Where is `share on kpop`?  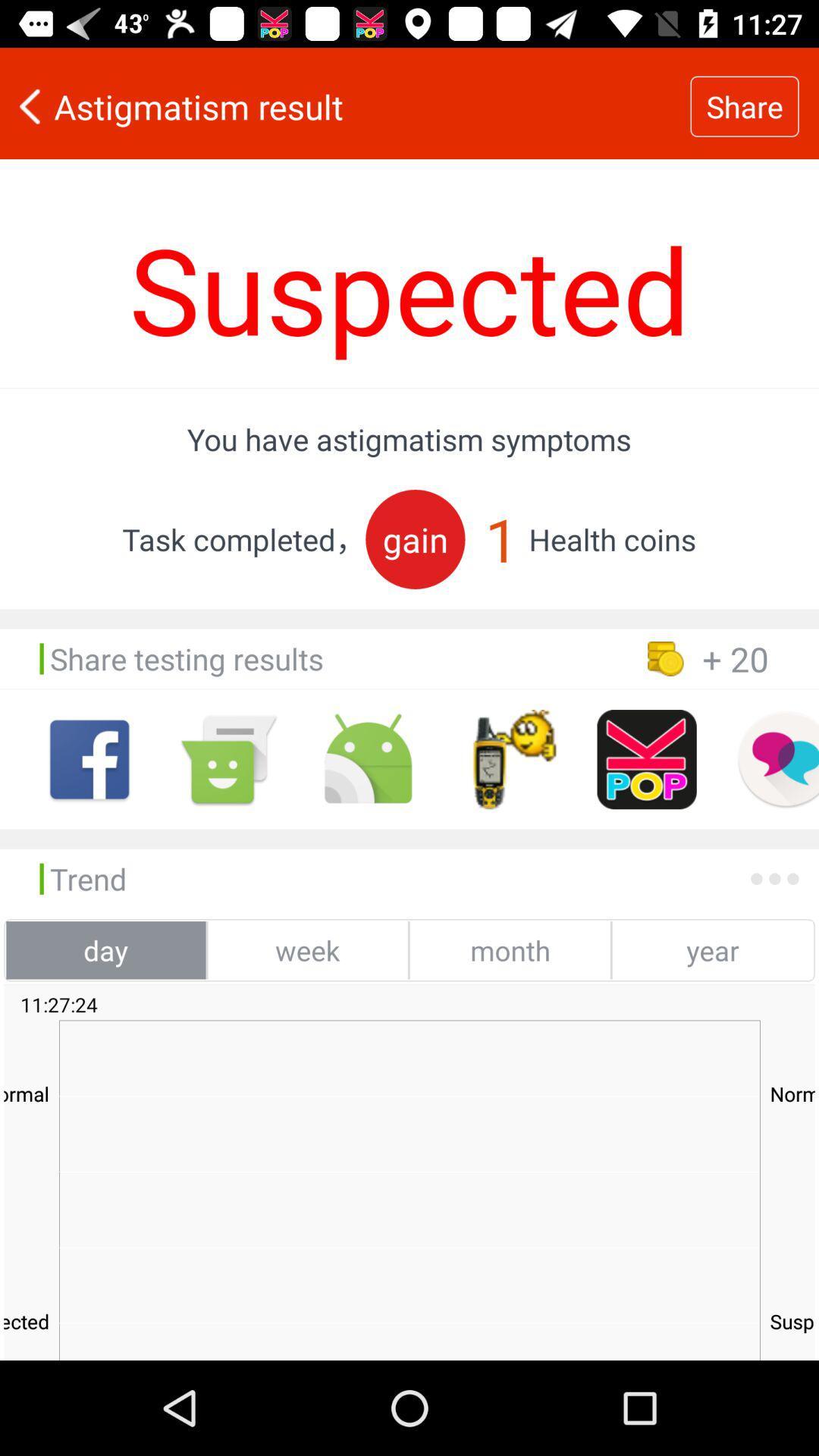 share on kpop is located at coordinates (647, 759).